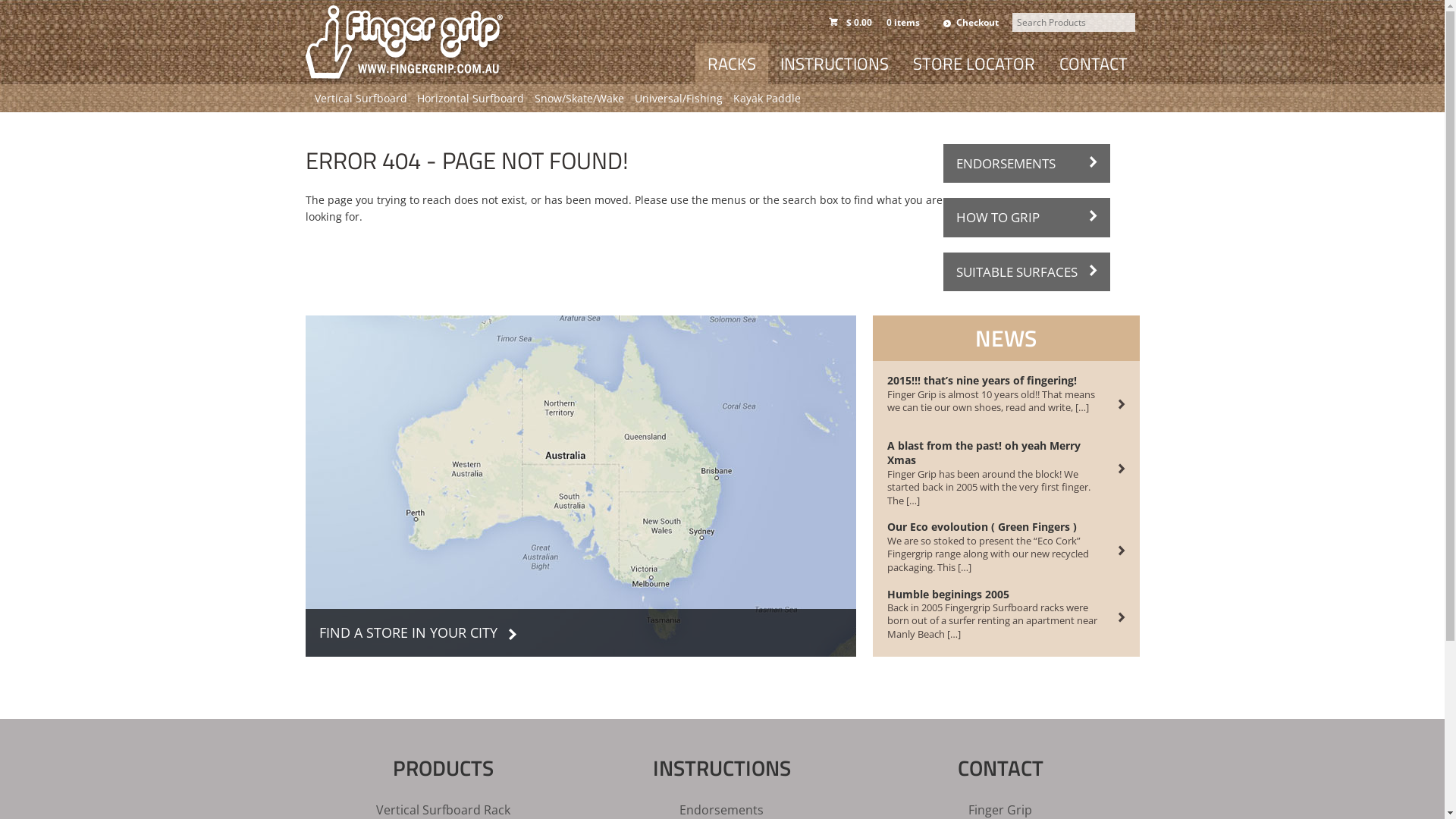 The height and width of the screenshot is (819, 1456). Describe the element at coordinates (731, 63) in the screenshot. I see `'RACKS'` at that location.